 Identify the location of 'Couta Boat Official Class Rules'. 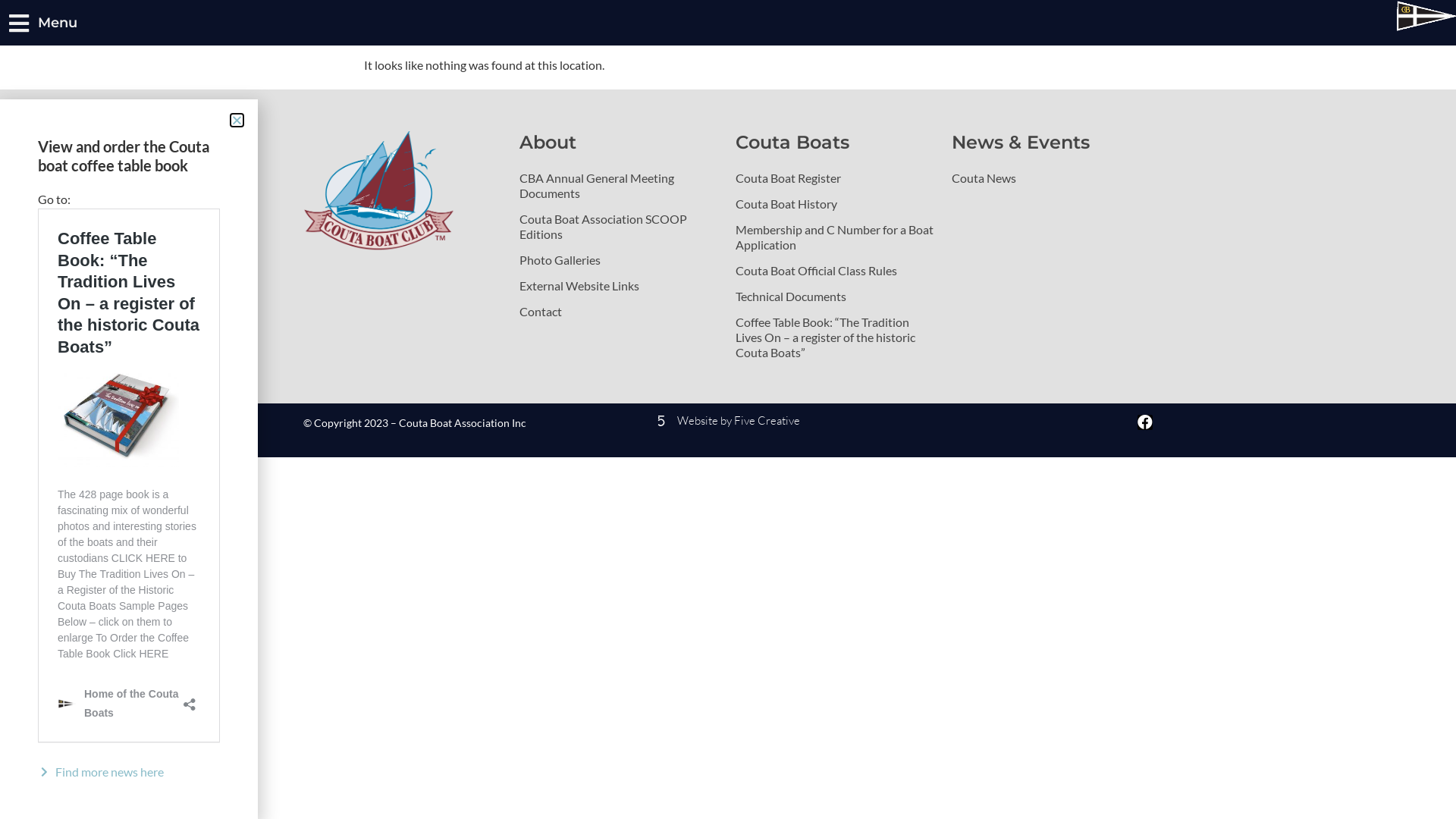
(835, 270).